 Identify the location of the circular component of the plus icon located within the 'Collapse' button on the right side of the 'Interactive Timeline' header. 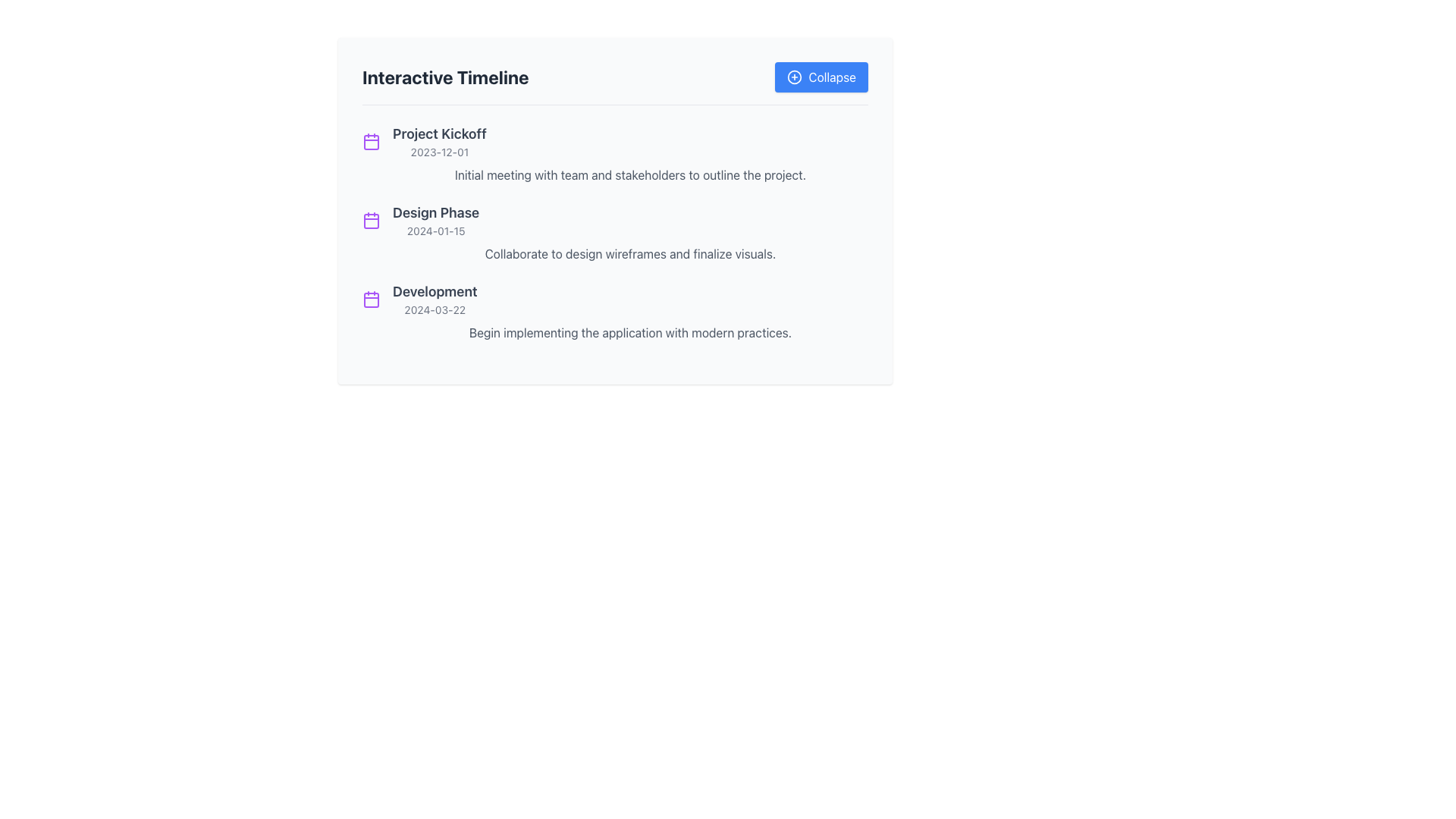
(794, 77).